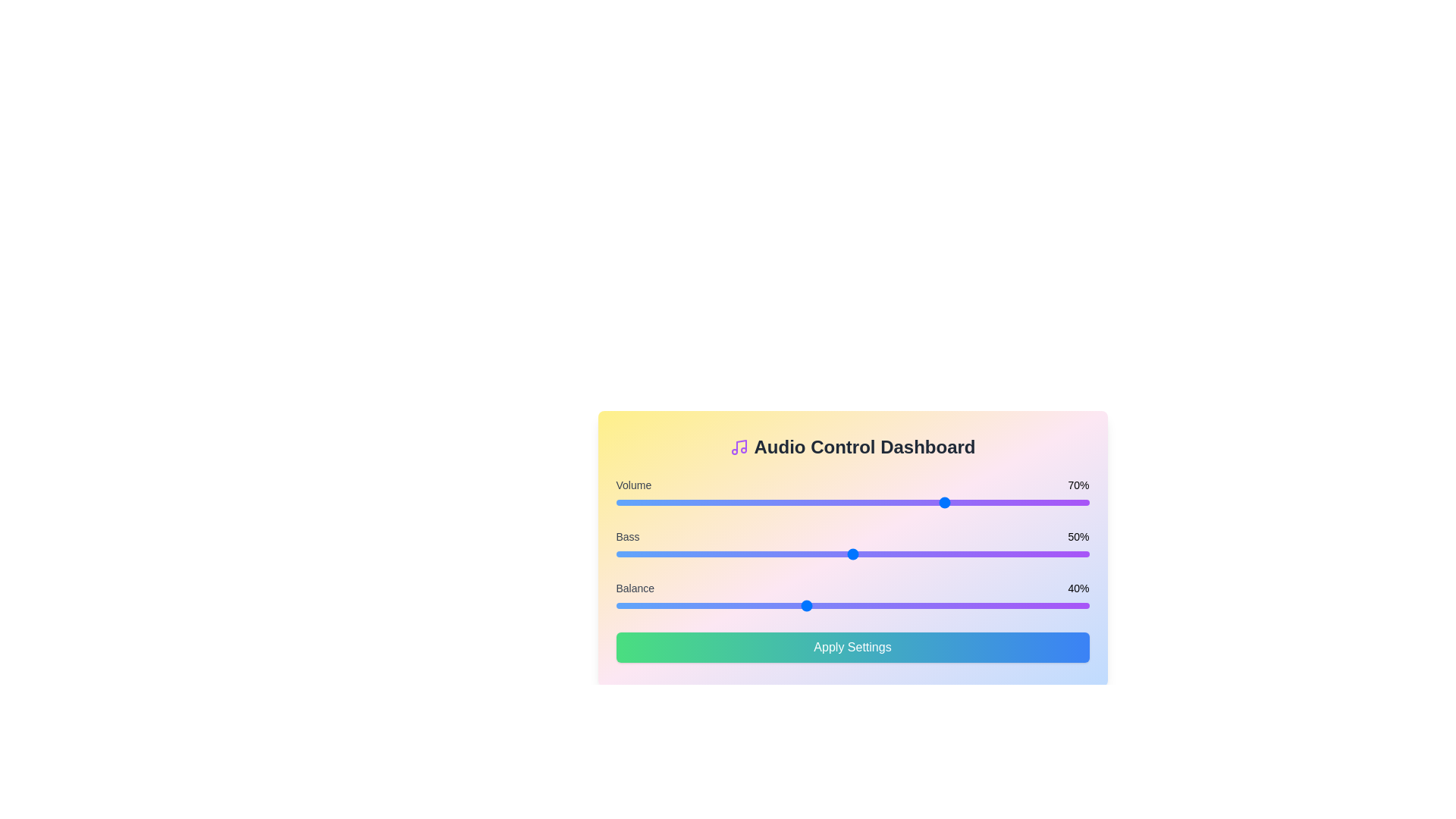 This screenshot has height=819, width=1456. I want to click on balance, so click(937, 604).